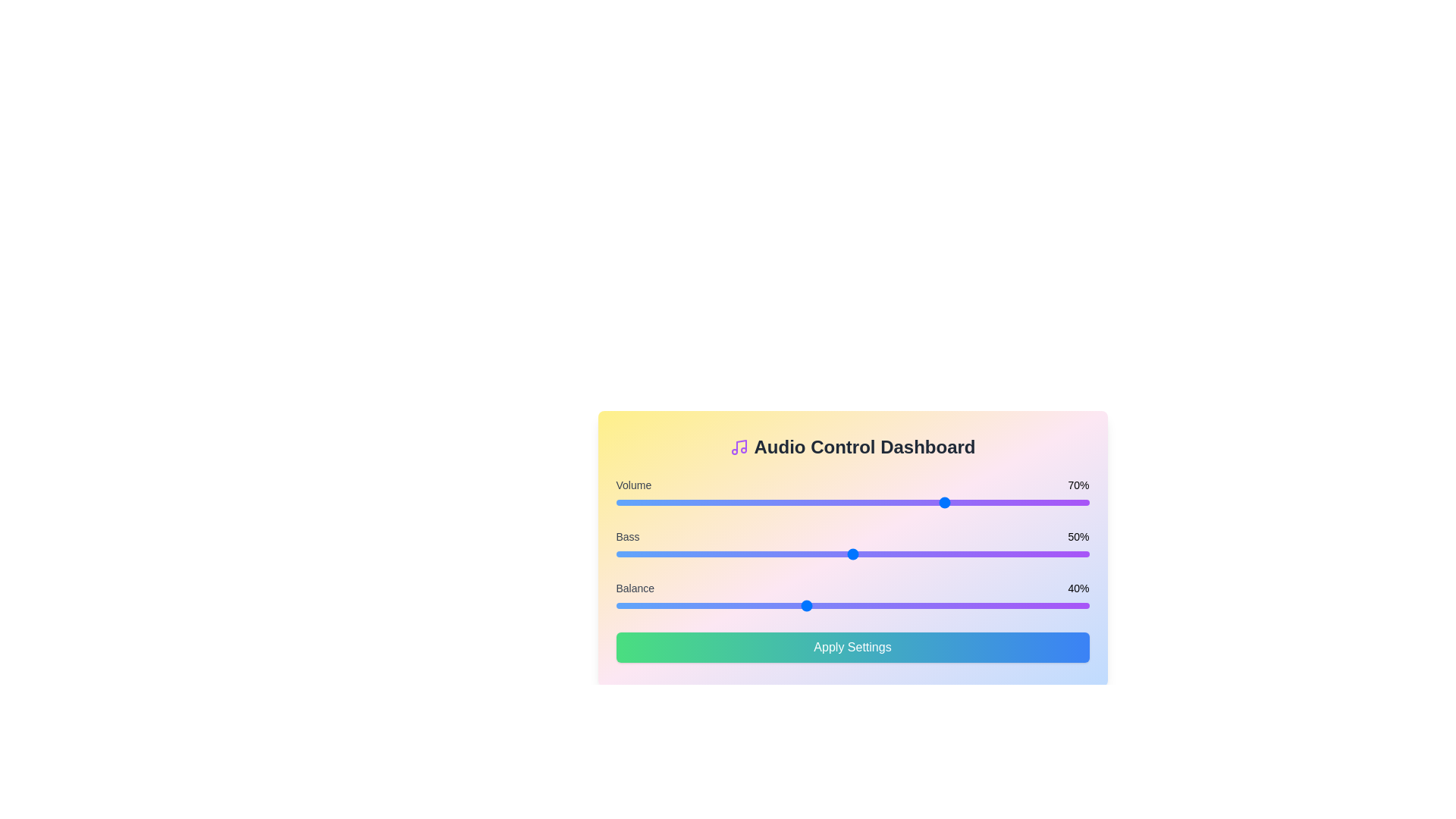 This screenshot has height=819, width=1456. I want to click on balance, so click(937, 604).